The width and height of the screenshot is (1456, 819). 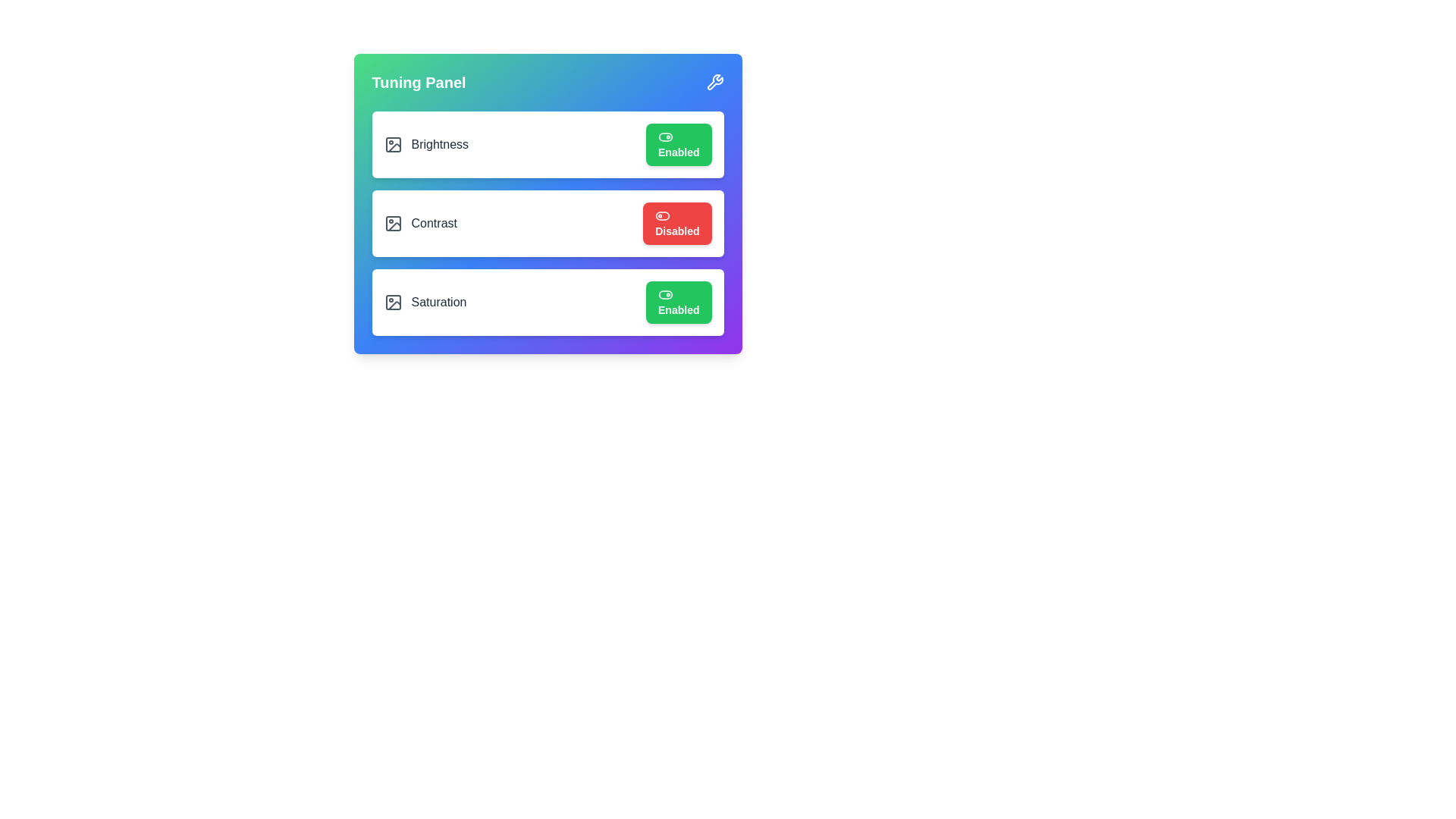 What do you see at coordinates (393, 302) in the screenshot?
I see `the image icon for Saturation to interact with it` at bounding box center [393, 302].